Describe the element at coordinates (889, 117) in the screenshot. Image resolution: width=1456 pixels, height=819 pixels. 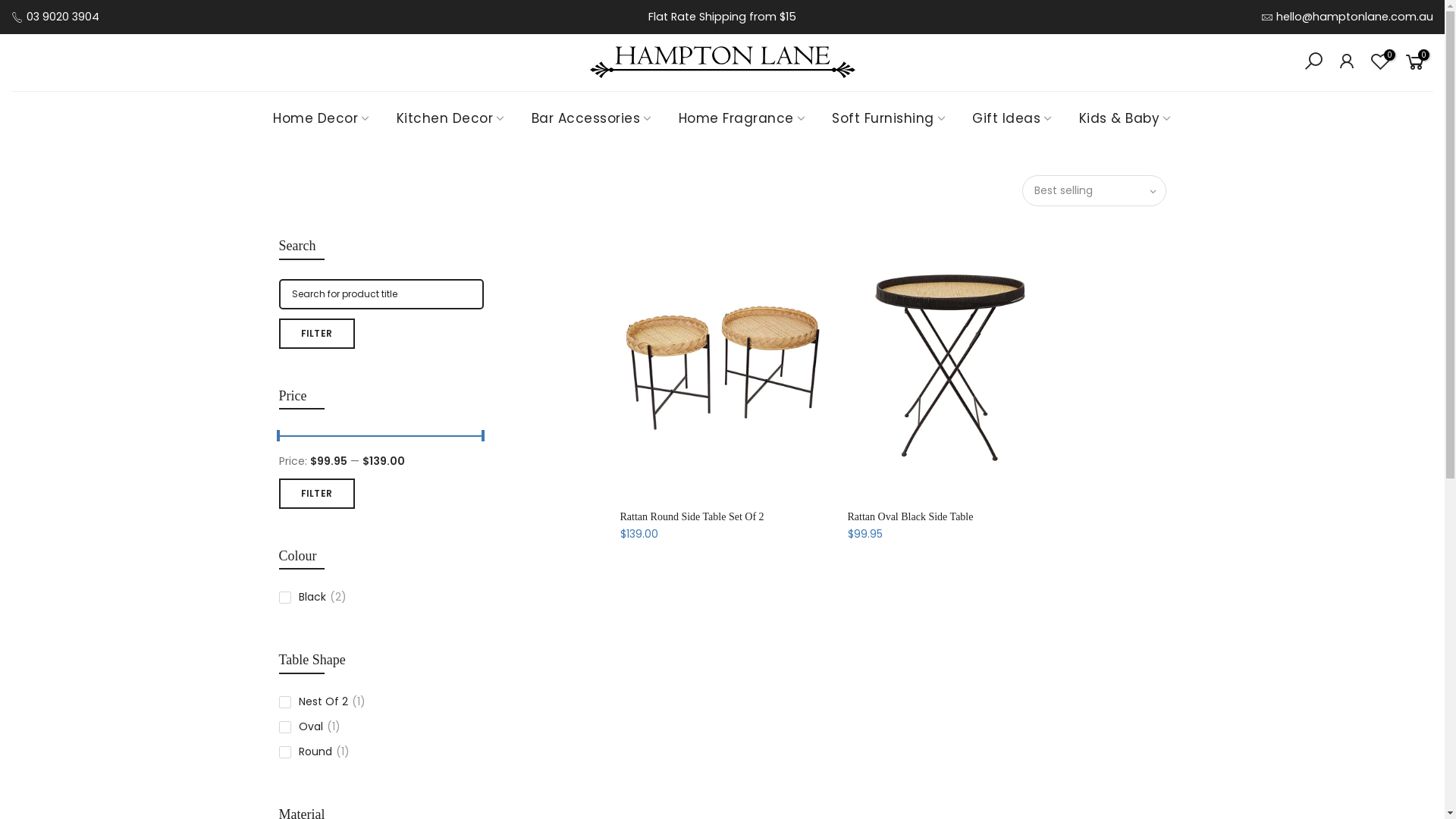
I see `'Soft Furnishing'` at that location.